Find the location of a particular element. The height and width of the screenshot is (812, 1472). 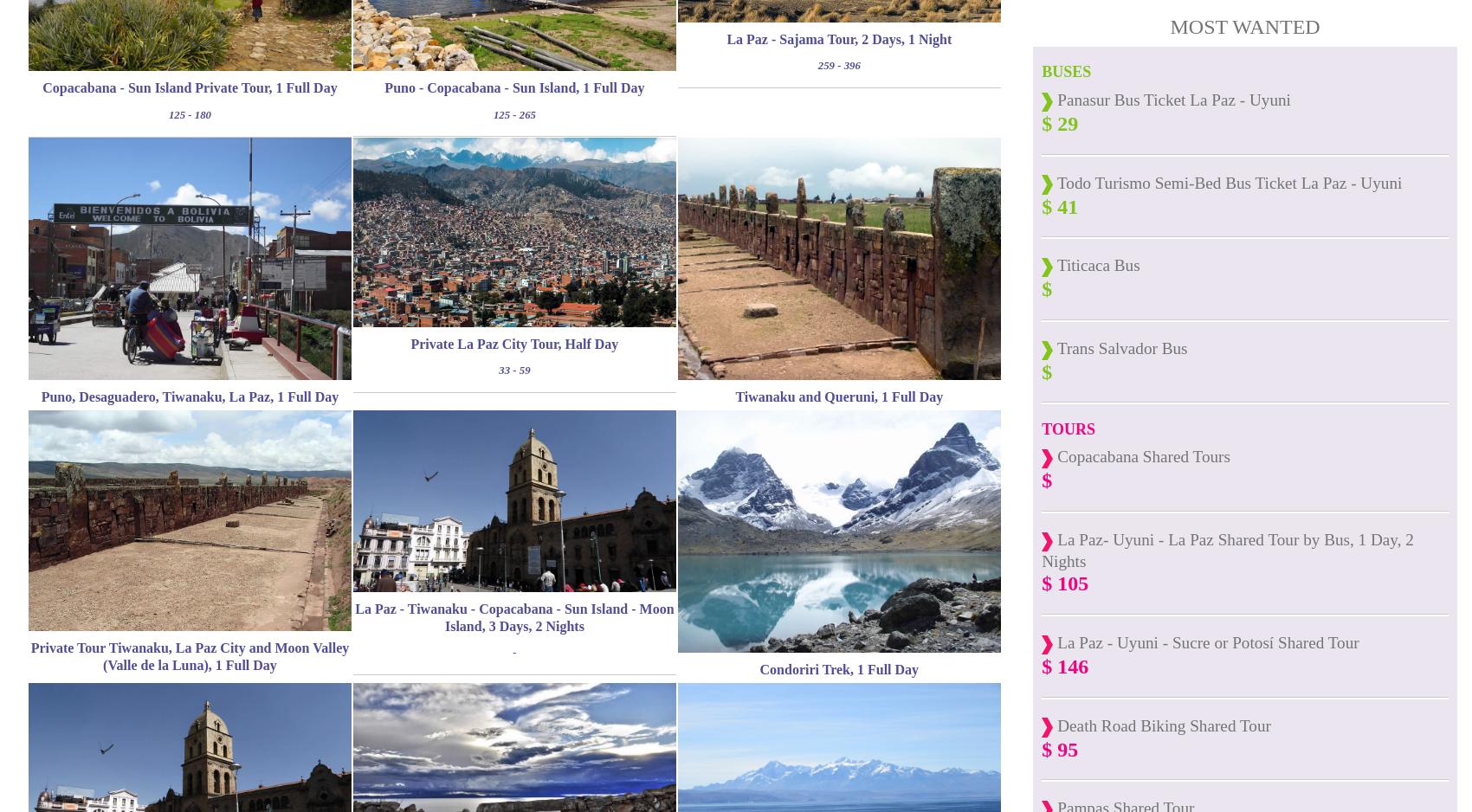

'$ 146' is located at coordinates (1063, 665).